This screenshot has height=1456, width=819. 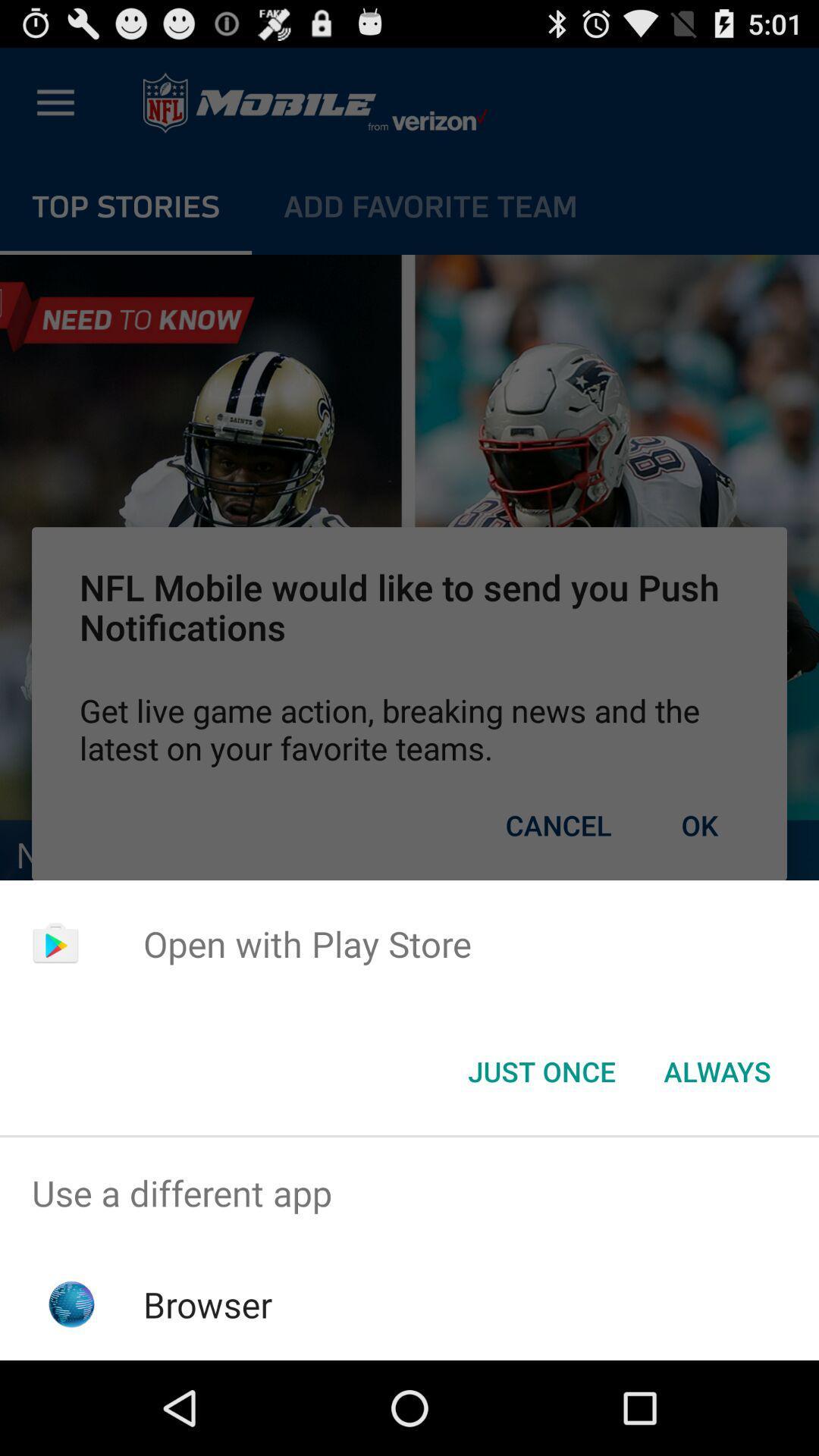 I want to click on the item above browser, so click(x=409, y=1192).